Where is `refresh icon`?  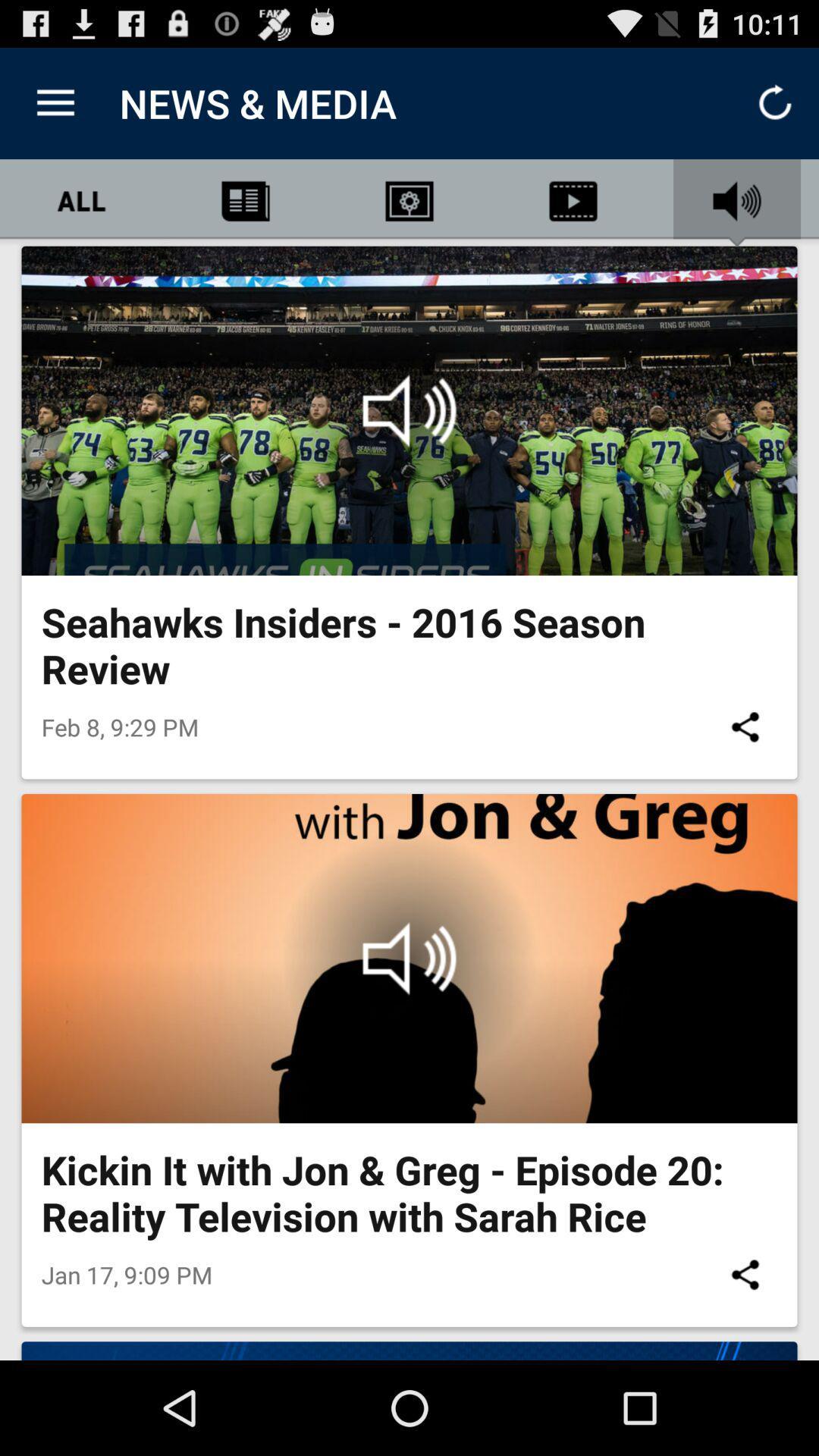
refresh icon is located at coordinates (775, 102).